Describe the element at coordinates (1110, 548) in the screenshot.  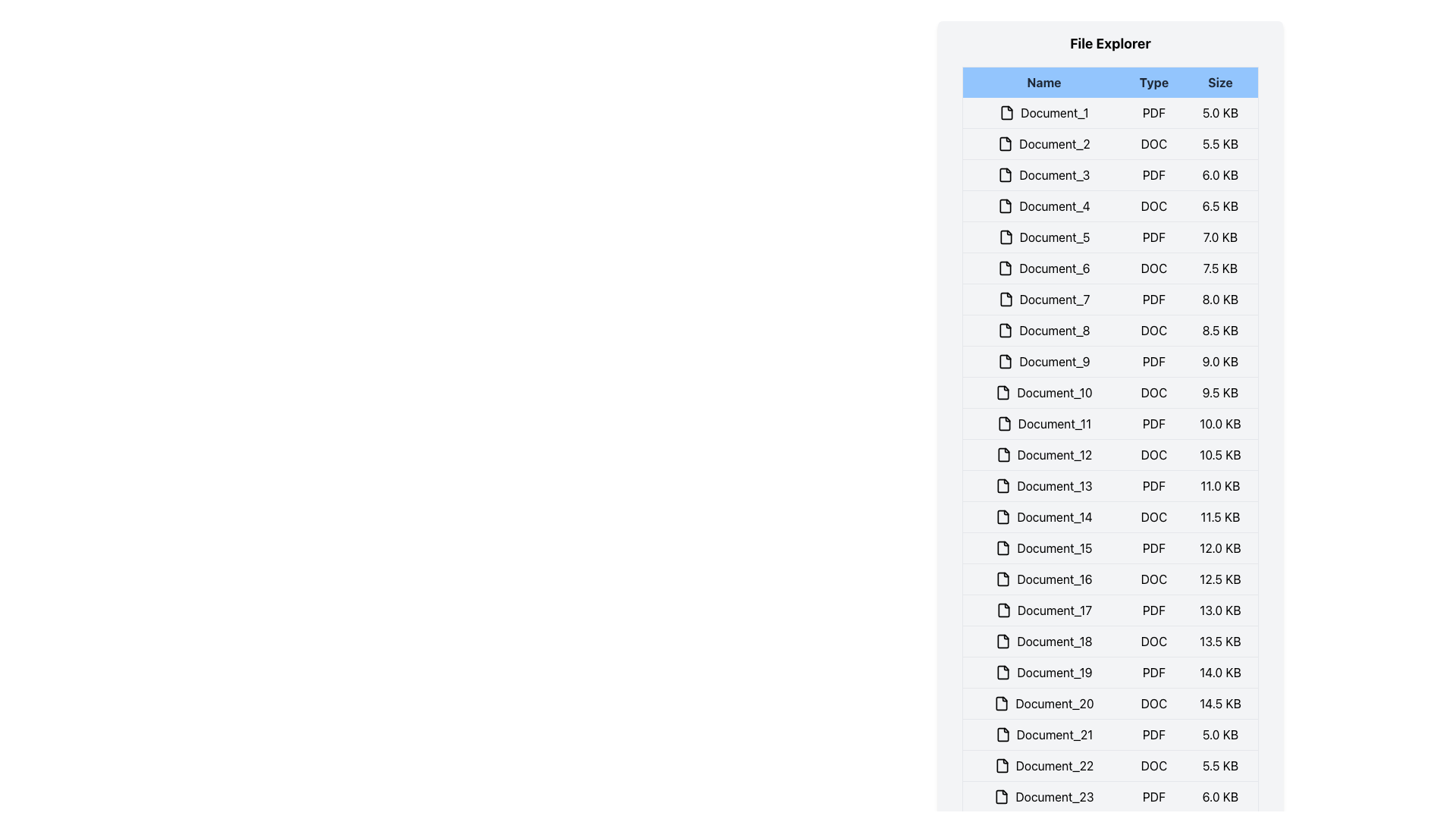
I see `the file entry row representing 'Document_15' in the file explorer` at that location.